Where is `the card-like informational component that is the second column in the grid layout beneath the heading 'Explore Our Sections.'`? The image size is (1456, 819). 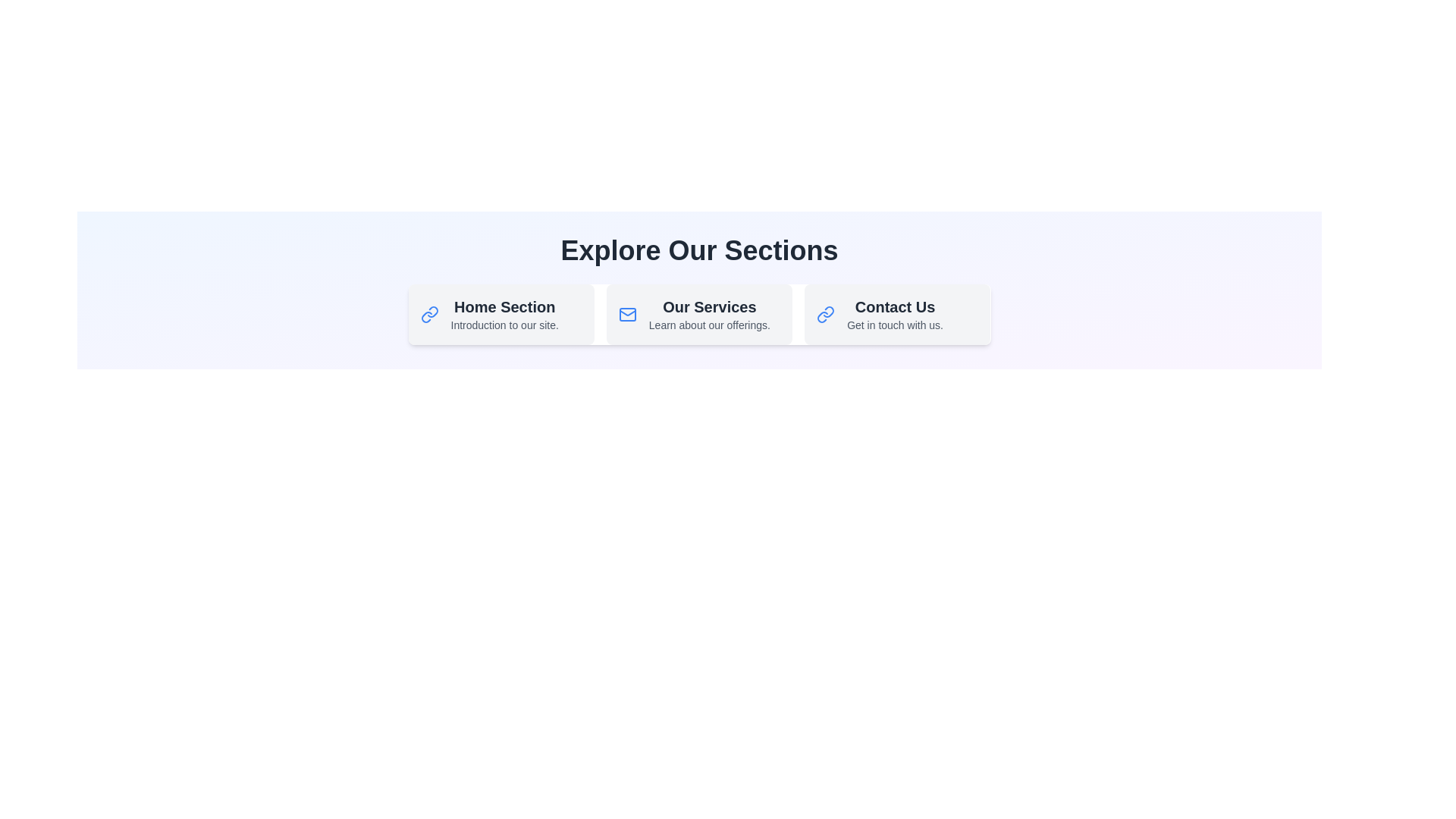
the card-like informational component that is the second column in the grid layout beneath the heading 'Explore Our Sections.' is located at coordinates (698, 314).